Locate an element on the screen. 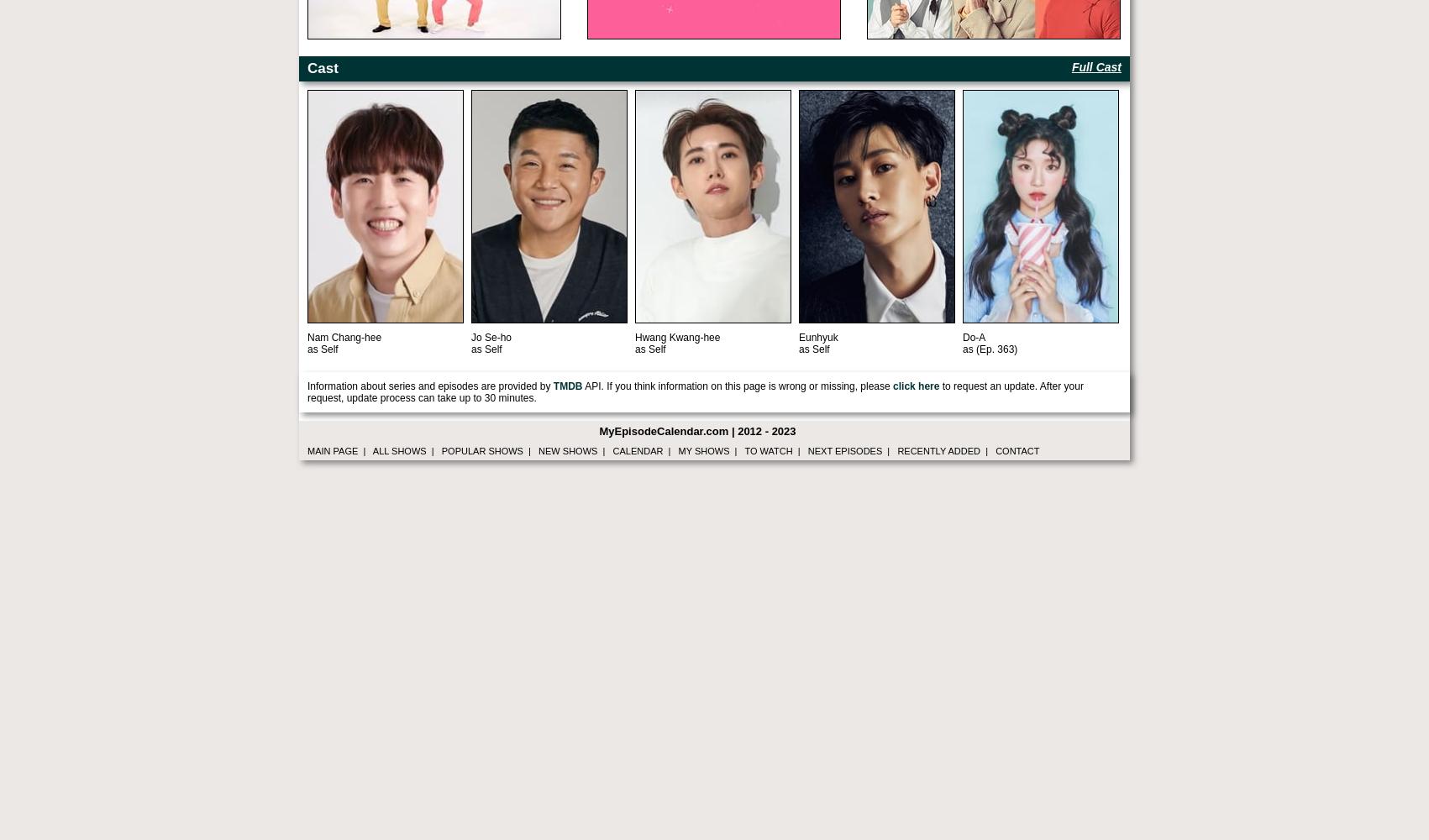 The width and height of the screenshot is (1429, 840). 'Hwang Kwang-hee' is located at coordinates (677, 338).